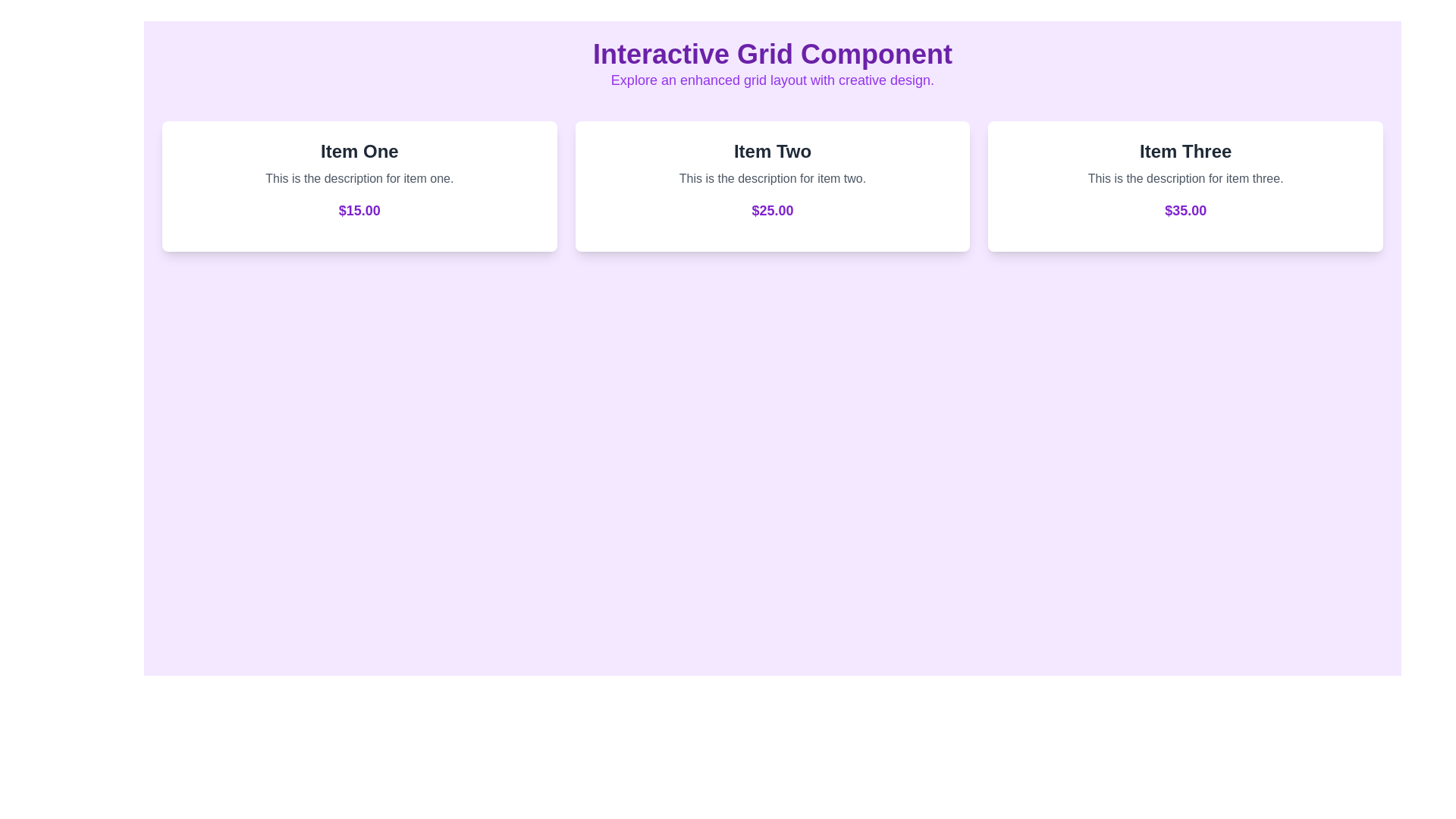  I want to click on the text label that serves as the title for the third card, labeled 'Item Three', which is centrally aligned at the top of the card, so click(1185, 152).